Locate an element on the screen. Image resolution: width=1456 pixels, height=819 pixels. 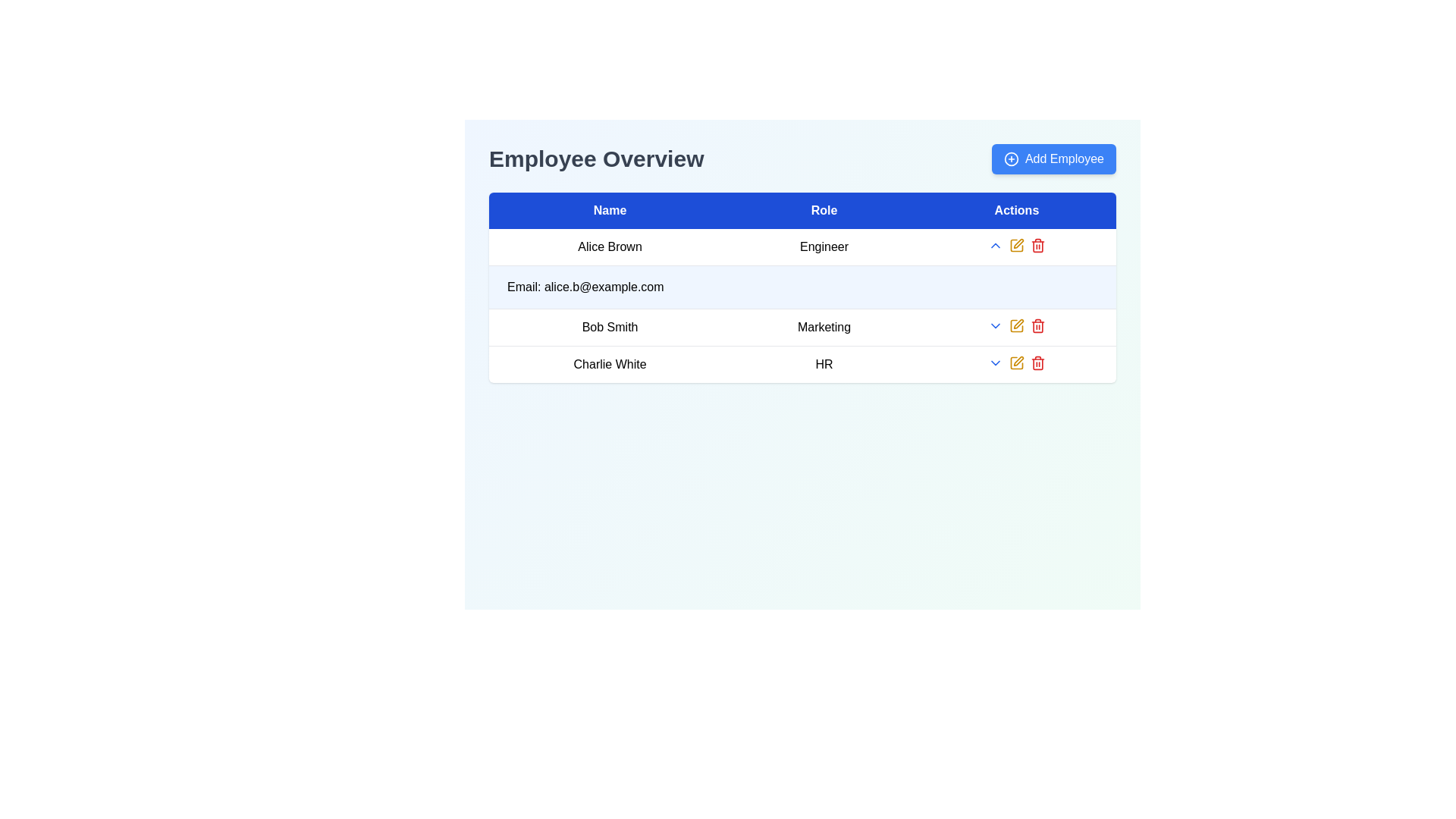
the red trash bin icon in the 'Actions' column is located at coordinates (1037, 245).